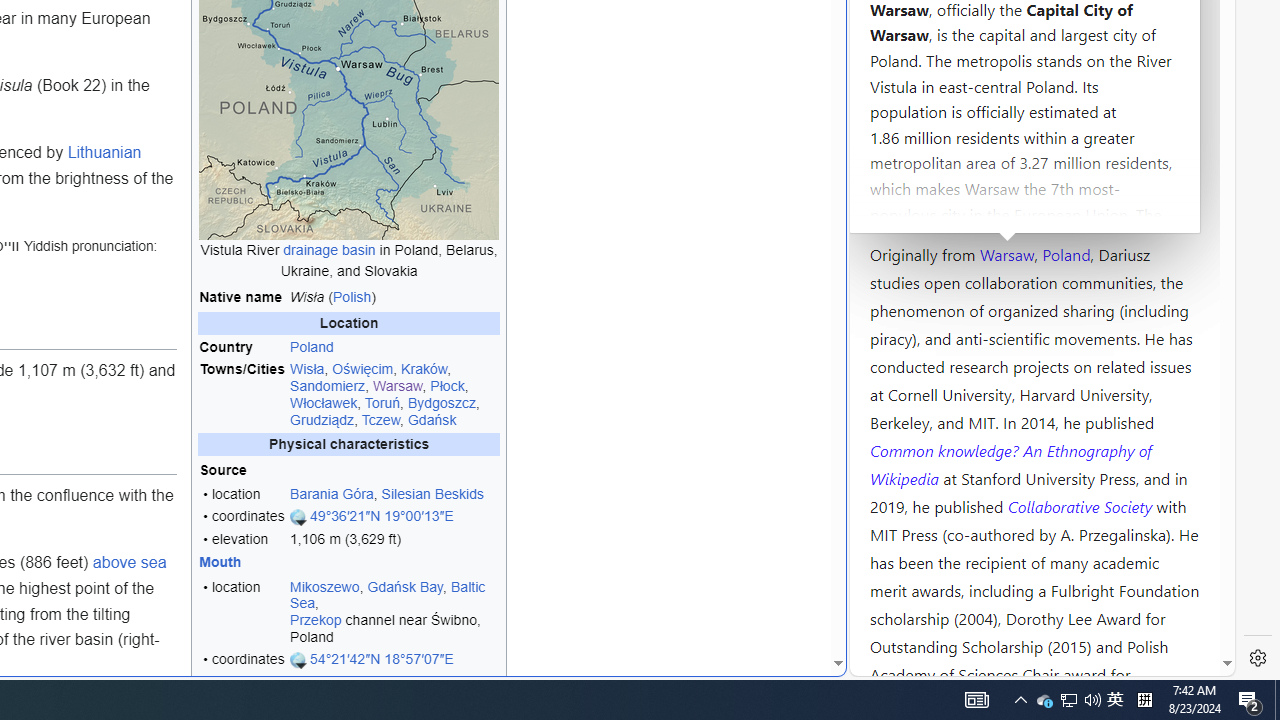  I want to click on 'Sandomierz', so click(327, 385).